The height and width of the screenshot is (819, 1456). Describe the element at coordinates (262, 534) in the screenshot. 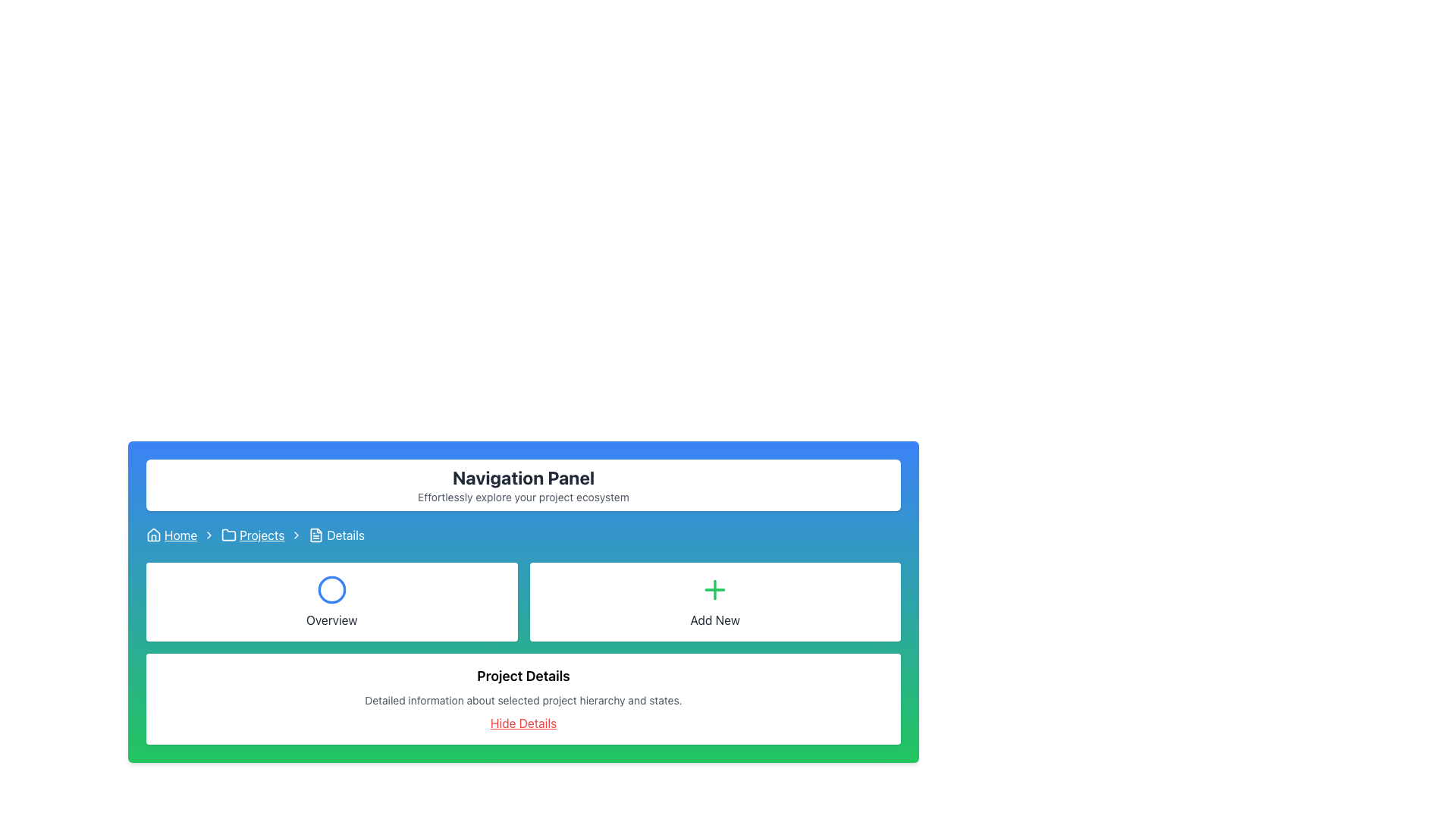

I see `the 'Projects' hyperlink, which is the second breadcrumb in the navigation links` at that location.